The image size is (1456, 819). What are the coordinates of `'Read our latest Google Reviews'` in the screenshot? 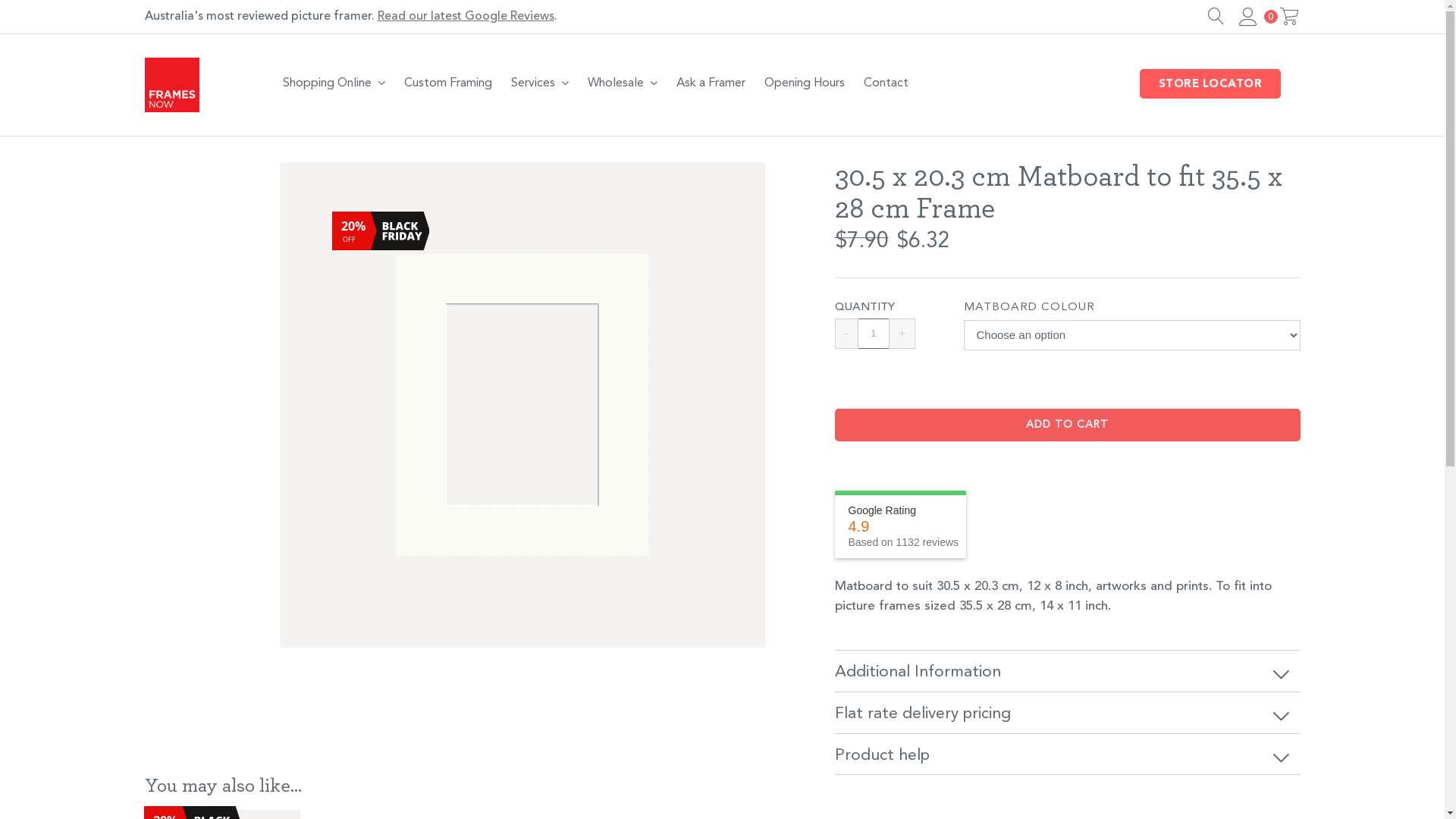 It's located at (465, 17).